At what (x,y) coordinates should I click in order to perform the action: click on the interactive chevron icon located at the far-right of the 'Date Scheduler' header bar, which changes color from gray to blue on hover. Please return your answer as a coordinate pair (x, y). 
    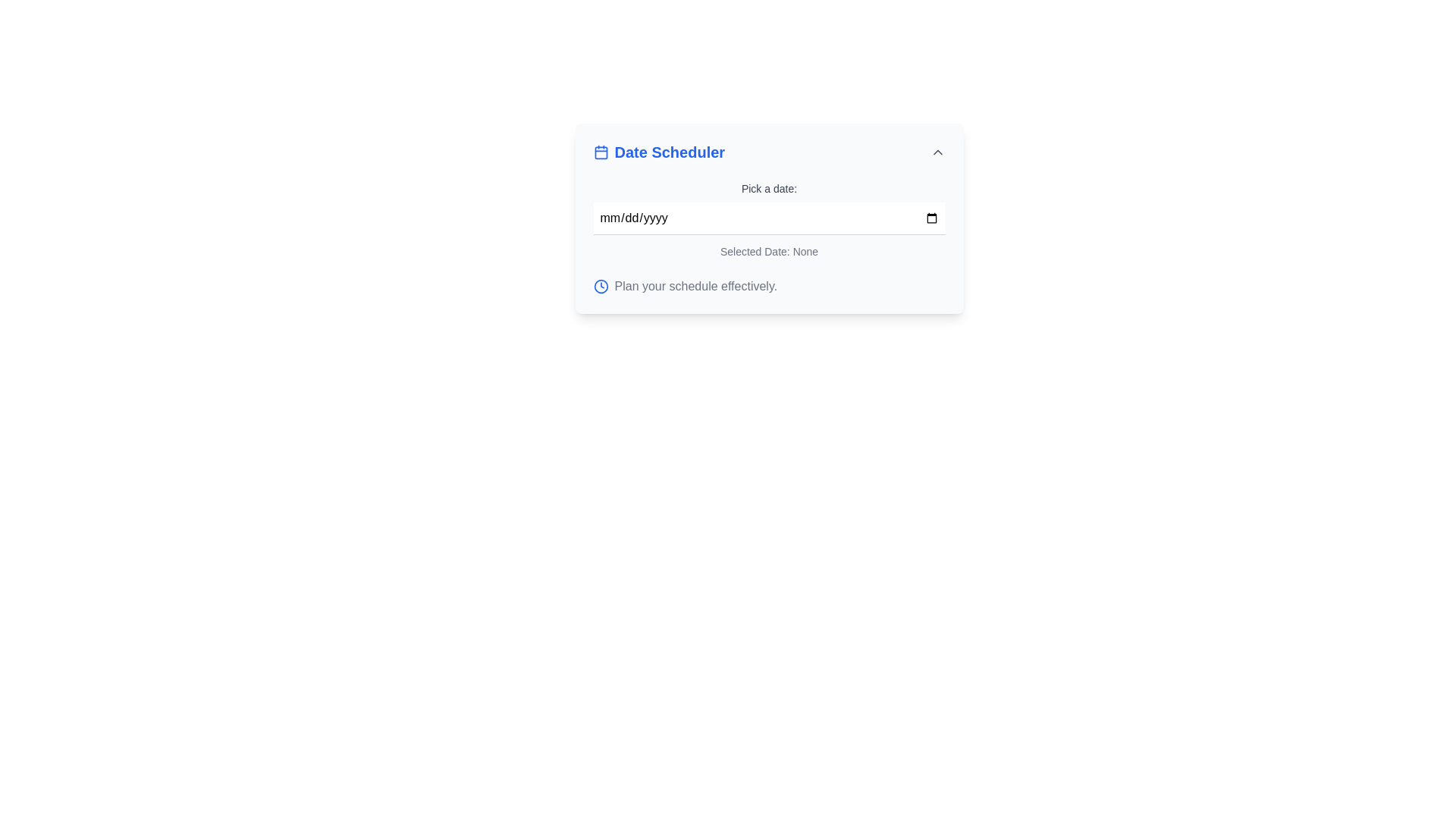
    Looking at the image, I should click on (937, 152).